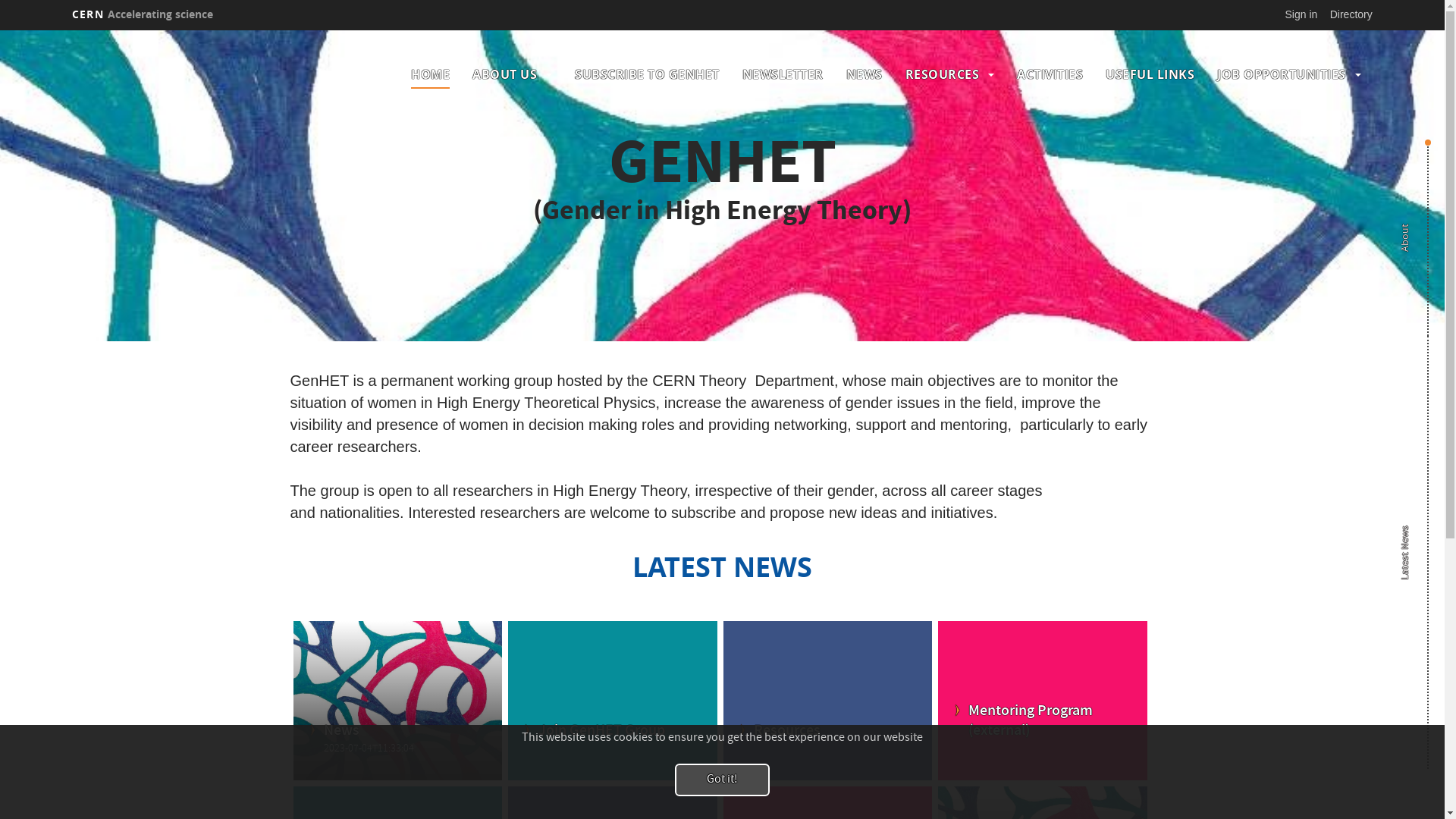 The height and width of the screenshot is (819, 1456). What do you see at coordinates (1280, 74) in the screenshot?
I see `'JOB OPPORTUNITIES'` at bounding box center [1280, 74].